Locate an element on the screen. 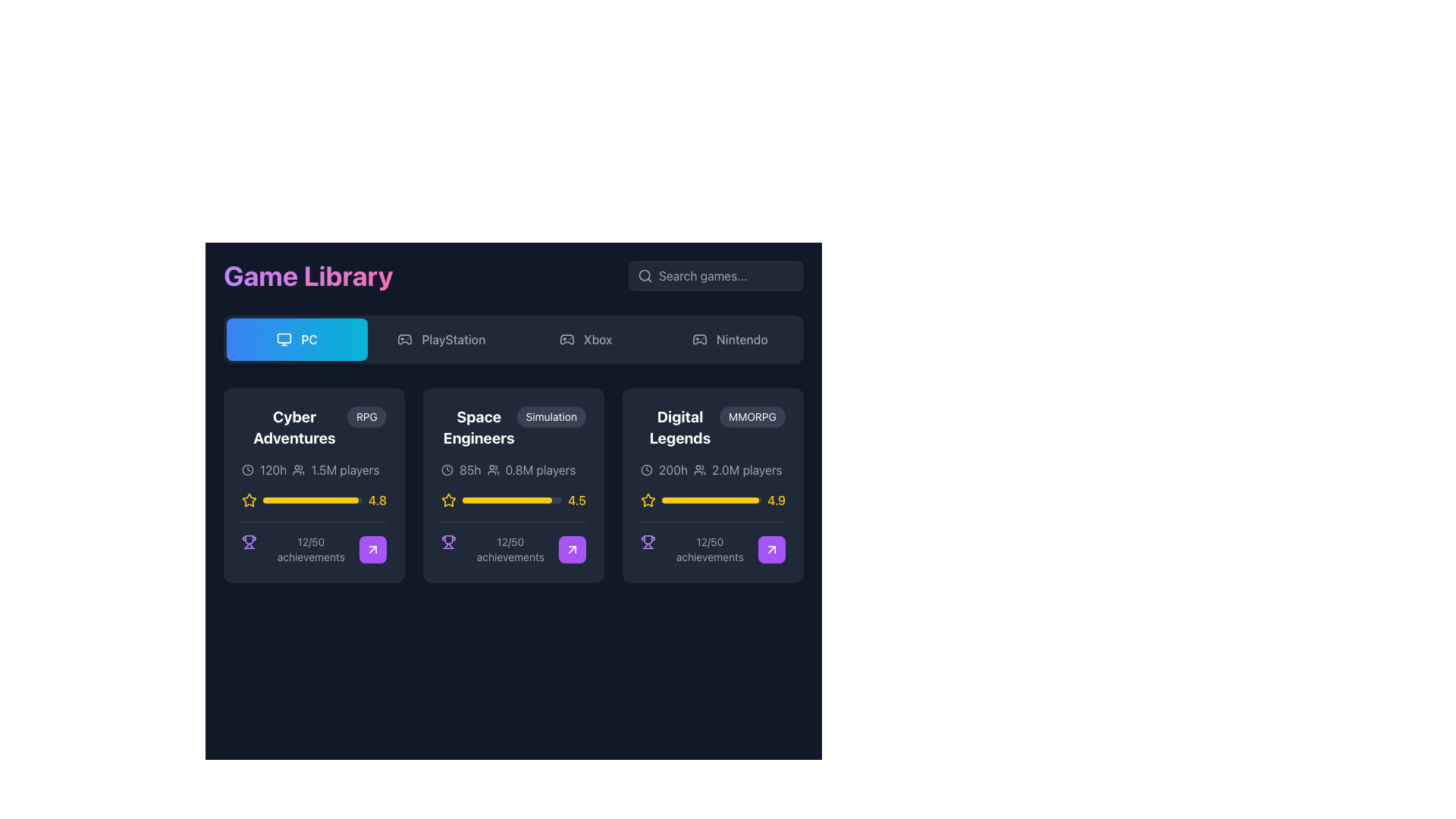 Image resolution: width=1456 pixels, height=819 pixels. the 'PlayStation' Text button in the platform selection menu is located at coordinates (453, 338).